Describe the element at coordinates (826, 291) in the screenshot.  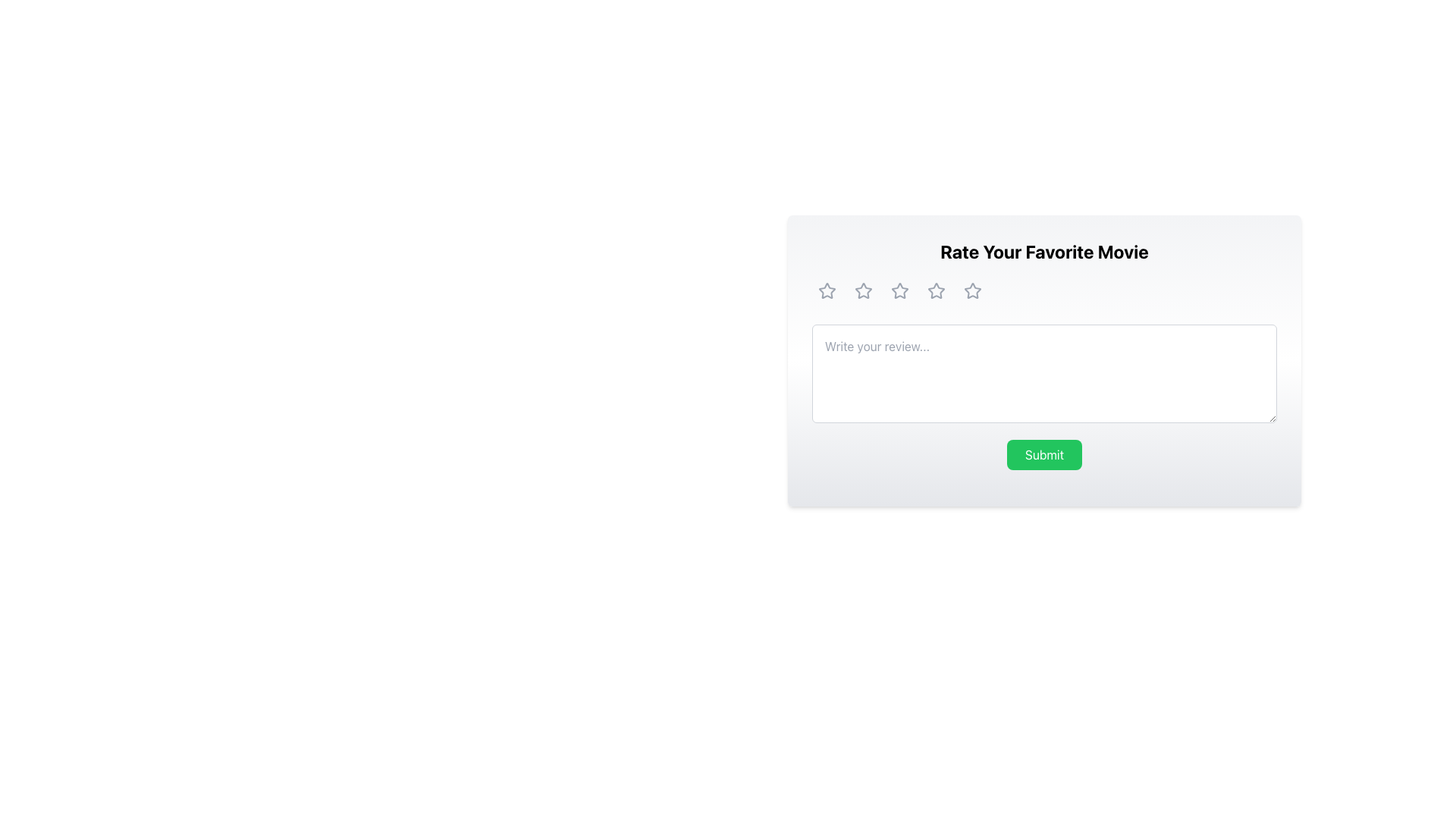
I see `the first star icon for rating, located` at that location.